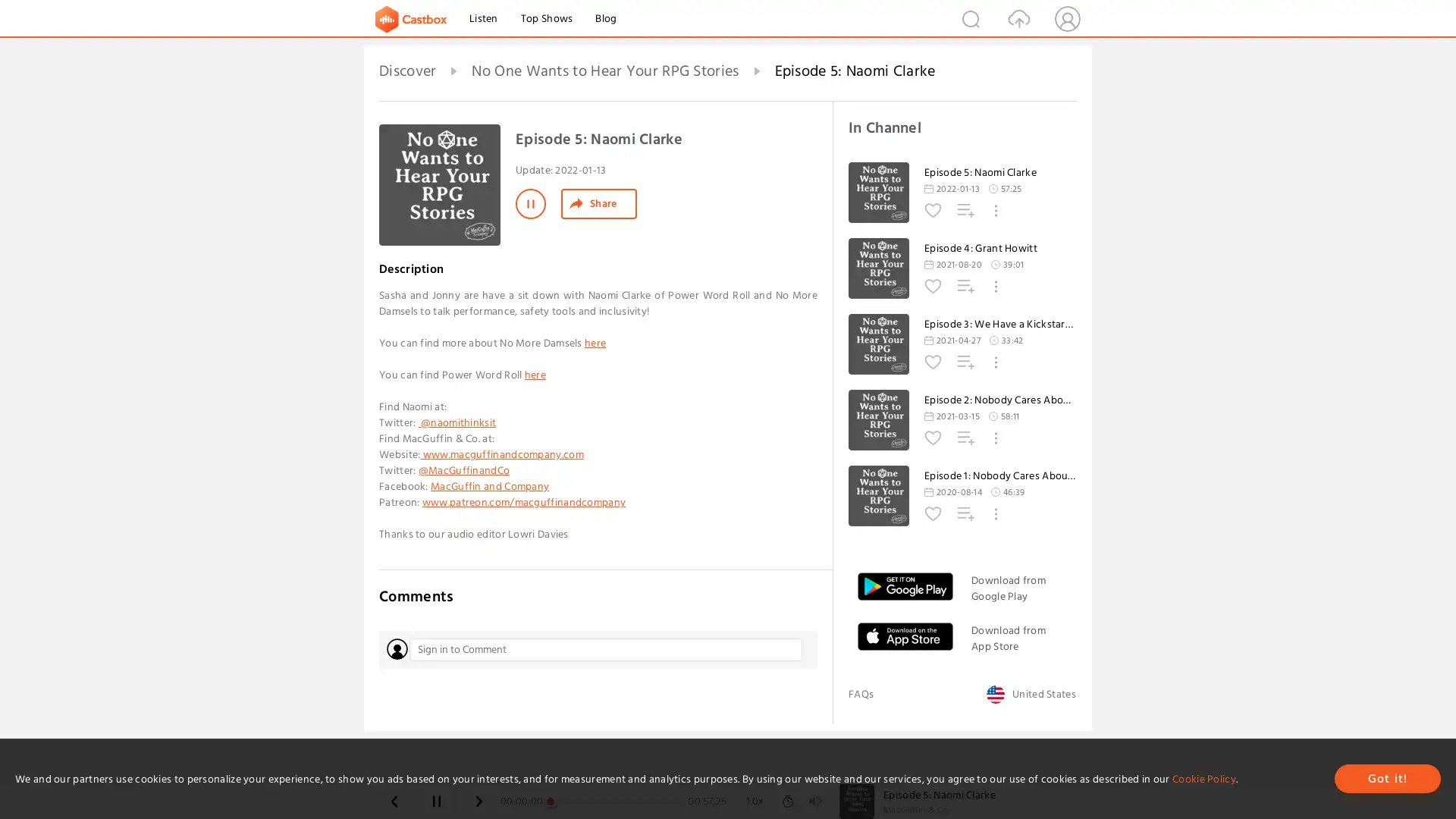 This screenshot has width=1456, height=819. I want to click on Got it!, so click(1387, 778).